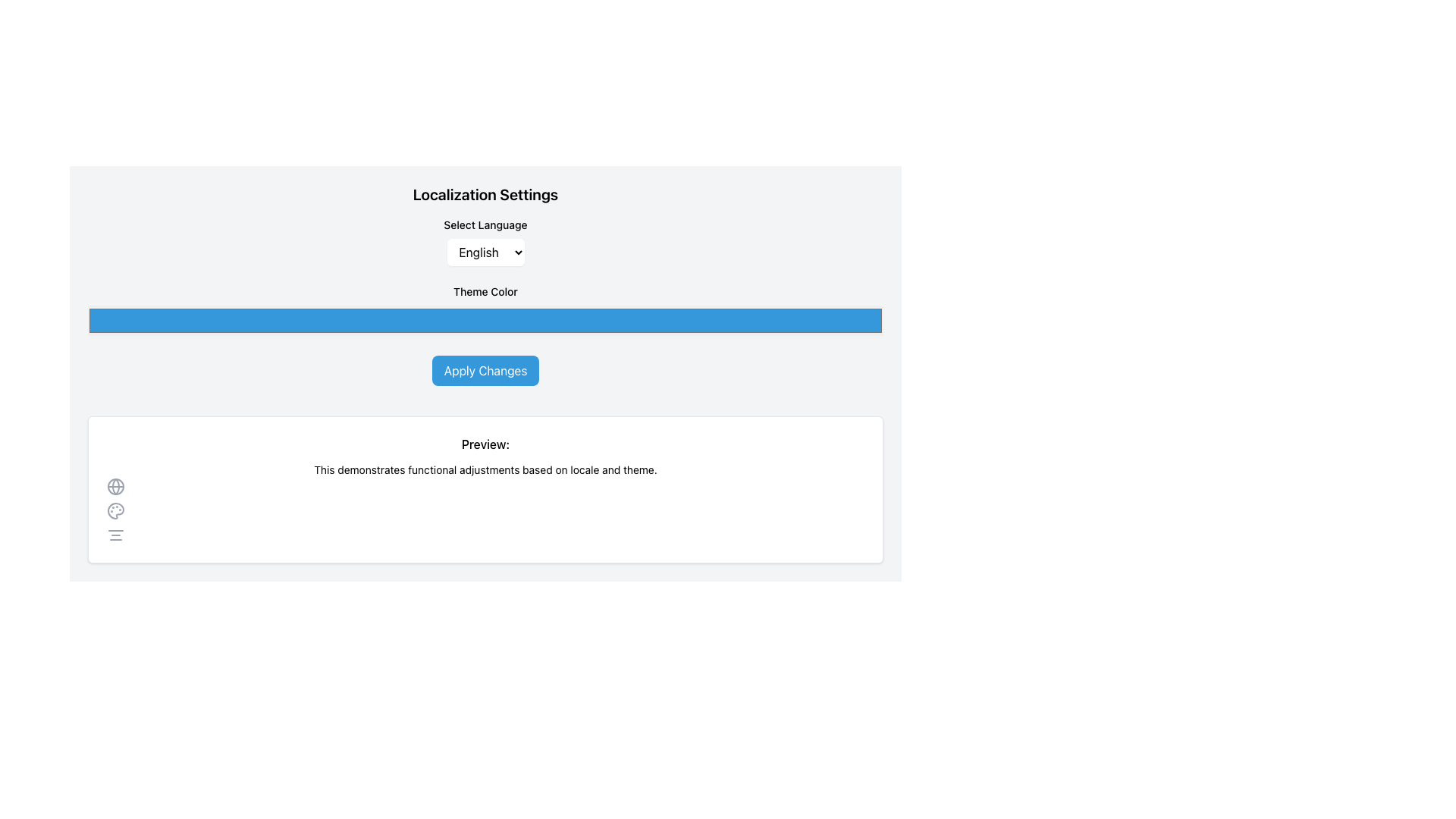  I want to click on the 'Apply Changes' button, which is a rectangular button with a blue background and white text, located in the 'Localization Settings' UI area, below 'Select Language' and 'Theme Color', and above the 'Preview:' section, so click(485, 371).